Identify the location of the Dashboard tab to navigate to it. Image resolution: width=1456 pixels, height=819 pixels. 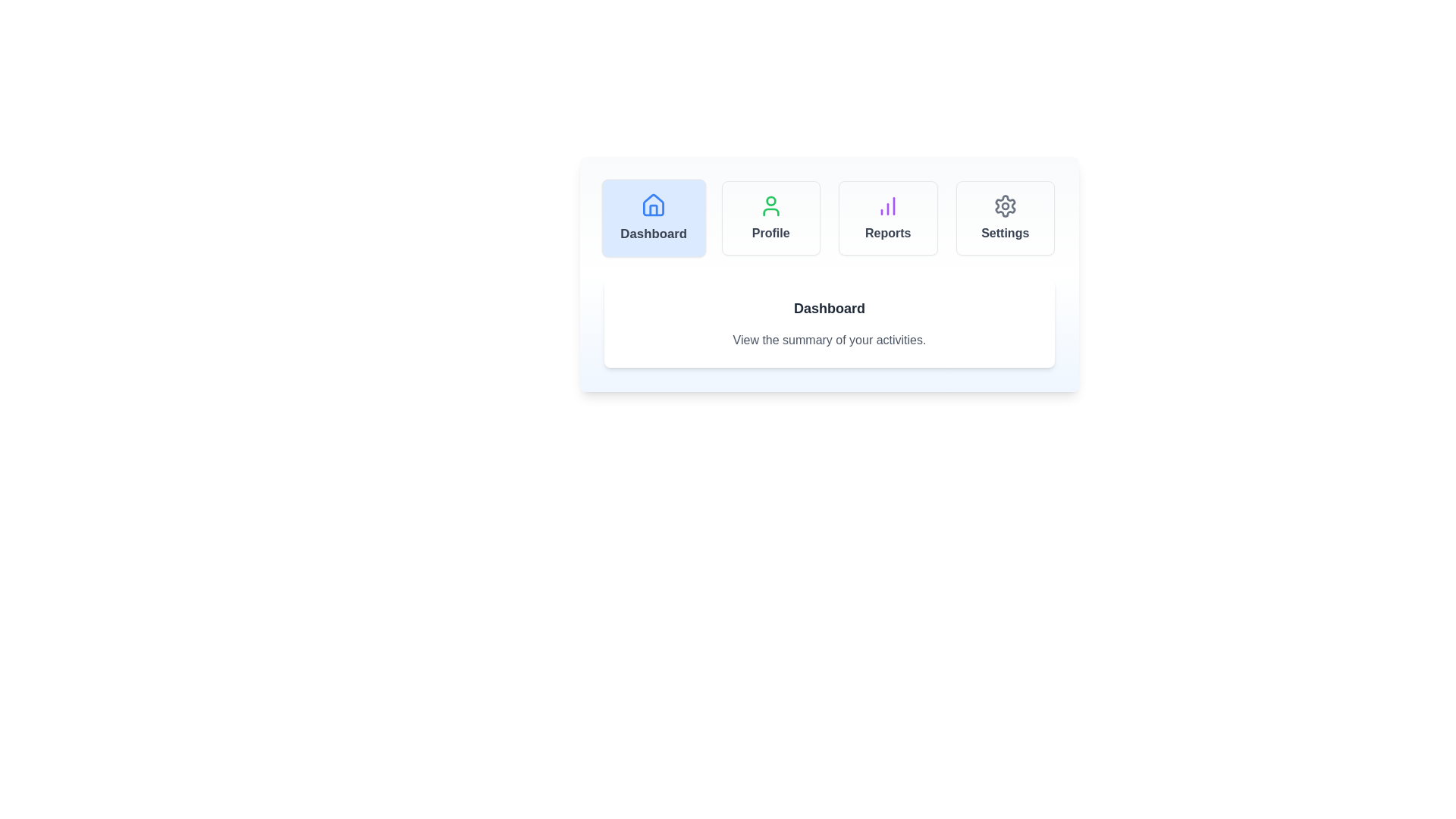
(654, 218).